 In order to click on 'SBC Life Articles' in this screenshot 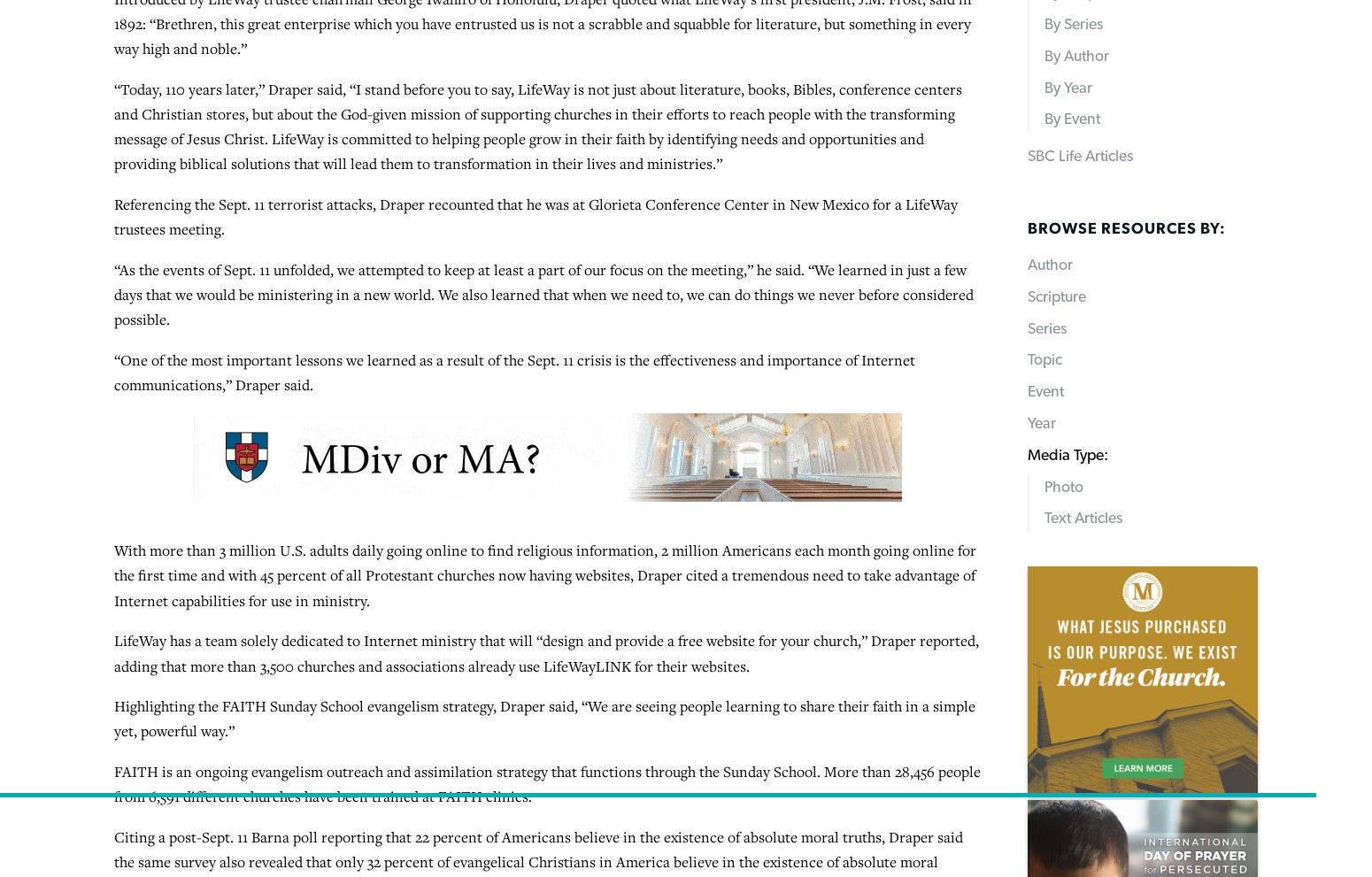, I will do `click(792, 786)`.